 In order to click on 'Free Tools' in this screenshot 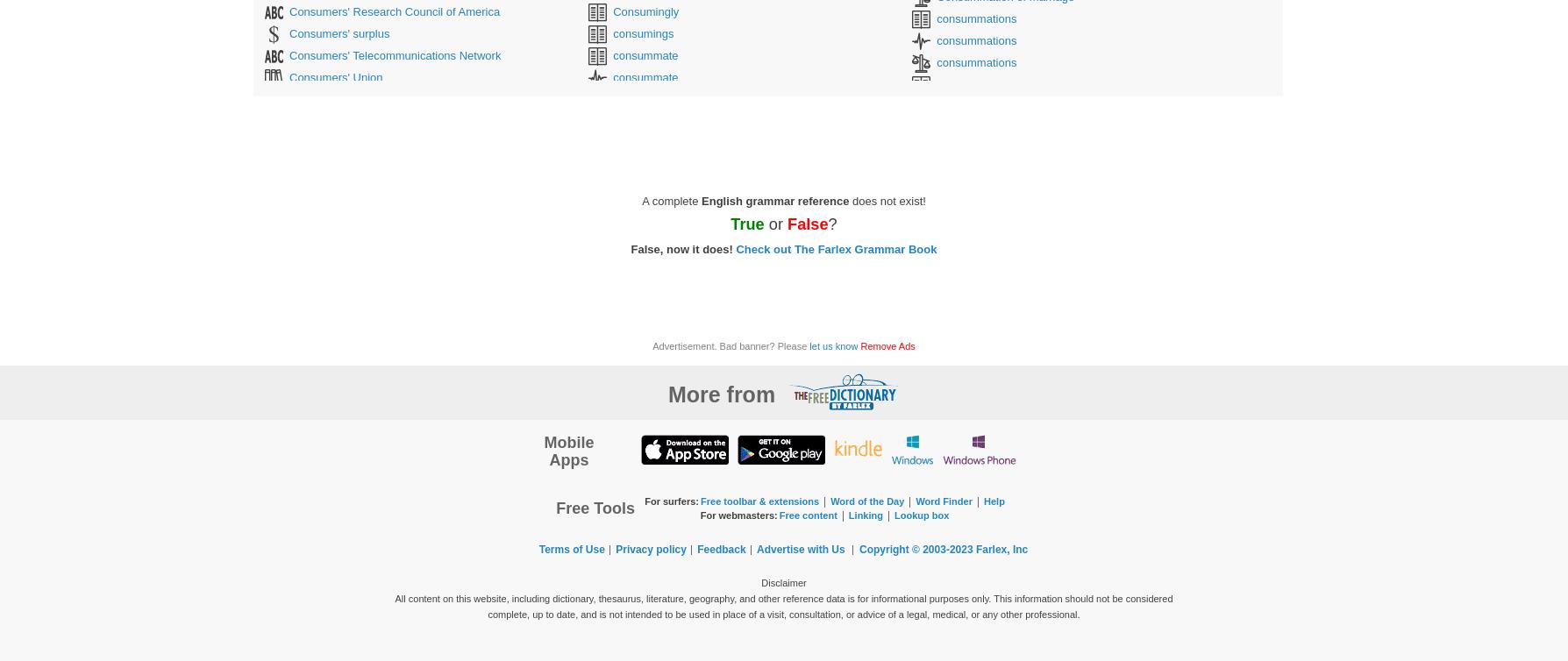, I will do `click(556, 507)`.